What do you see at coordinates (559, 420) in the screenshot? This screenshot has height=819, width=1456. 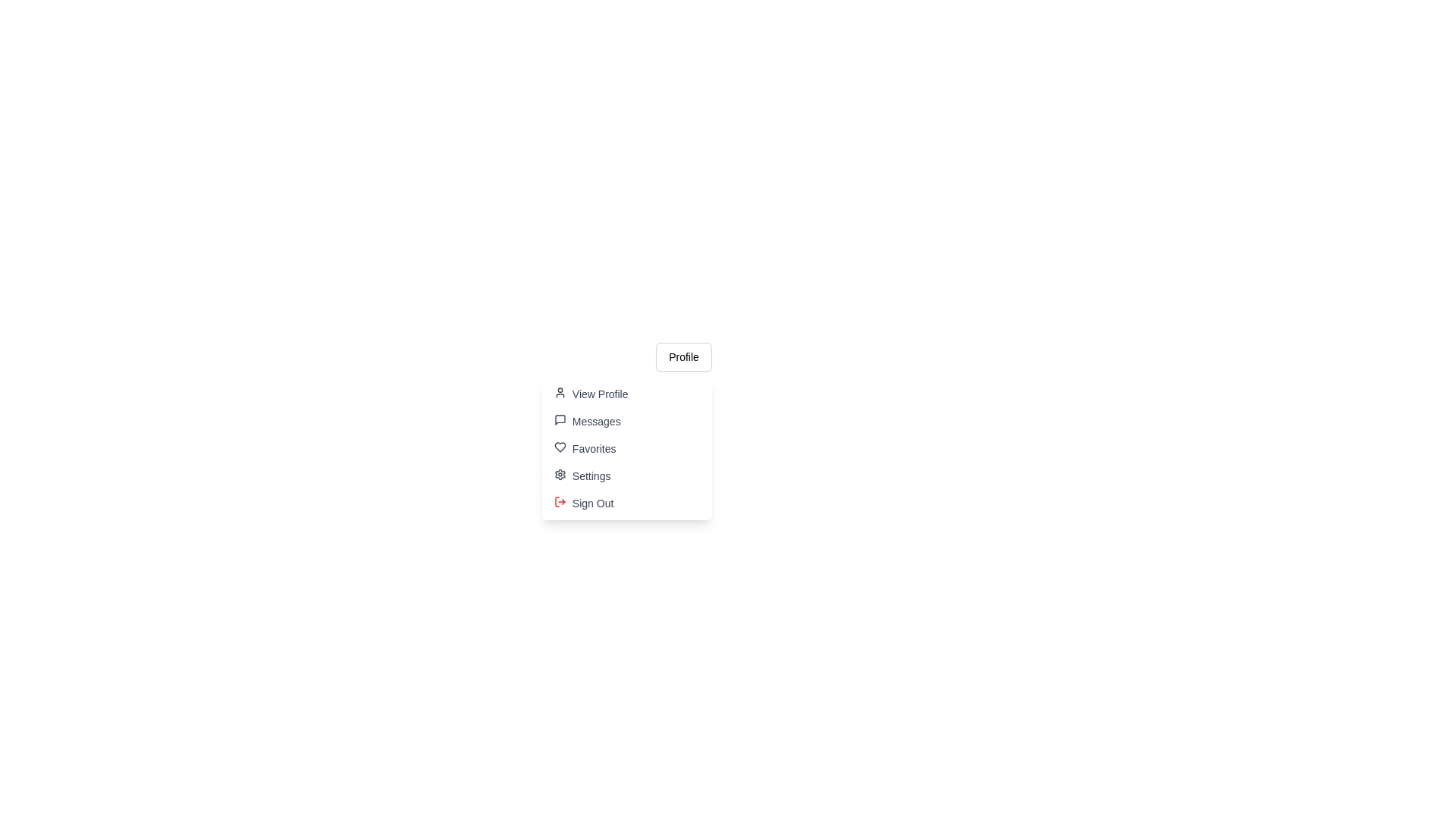 I see `the 'Messages' icon in the dropdown menu` at bounding box center [559, 420].